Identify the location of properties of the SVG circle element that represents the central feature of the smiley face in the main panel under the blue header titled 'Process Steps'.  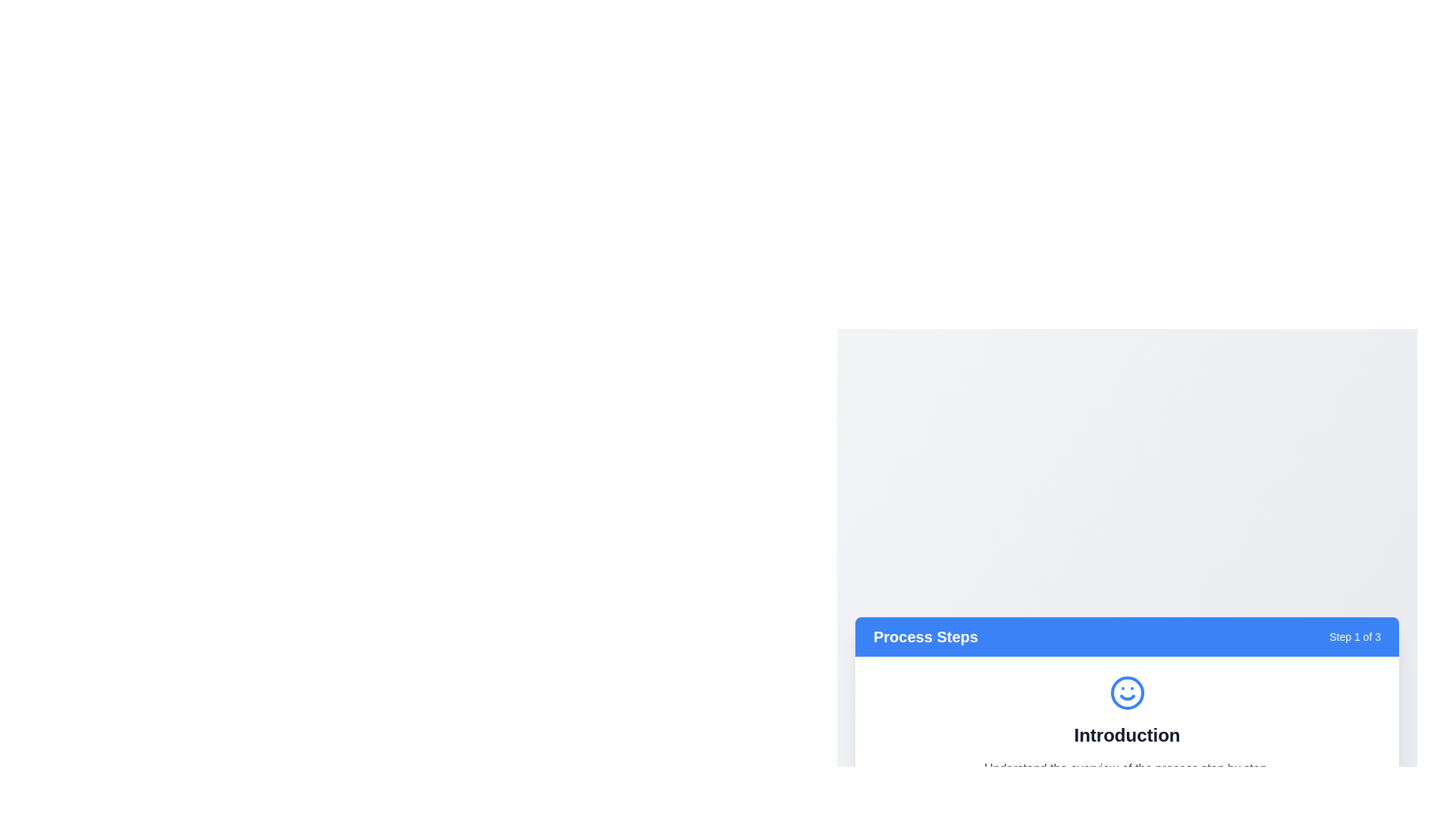
(1127, 692).